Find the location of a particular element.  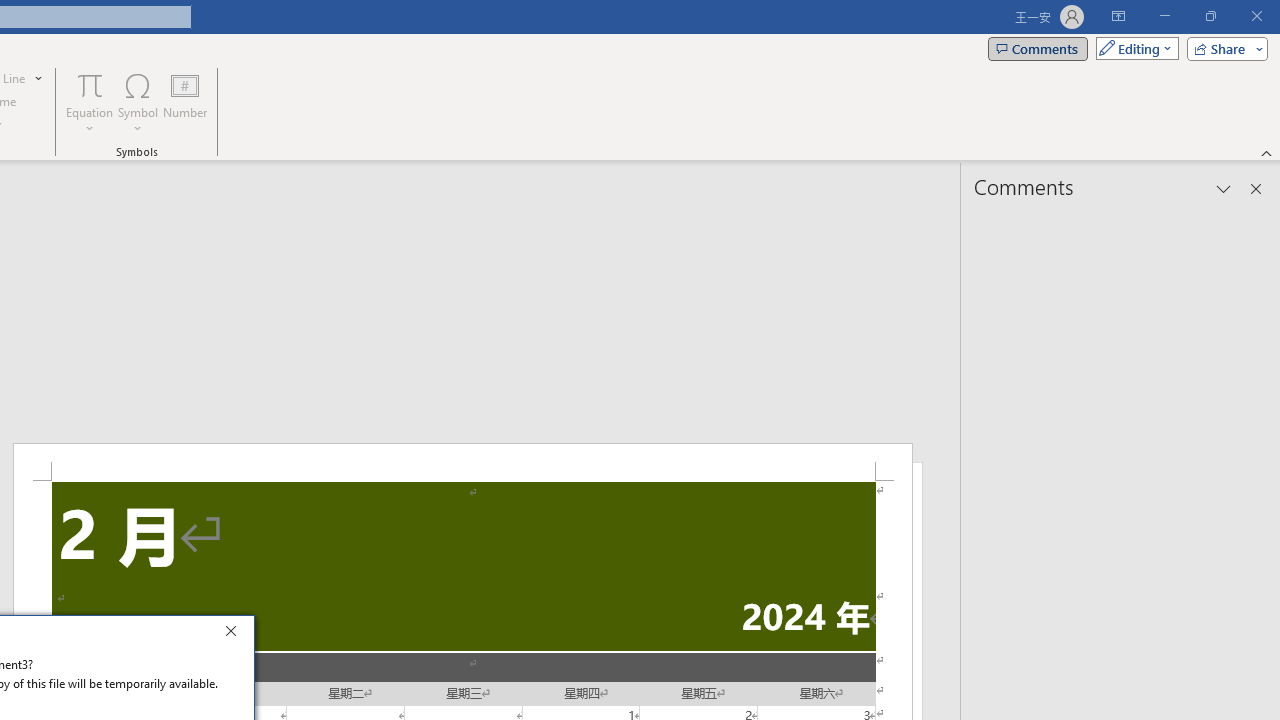

'Equation' is located at coordinates (89, 84).